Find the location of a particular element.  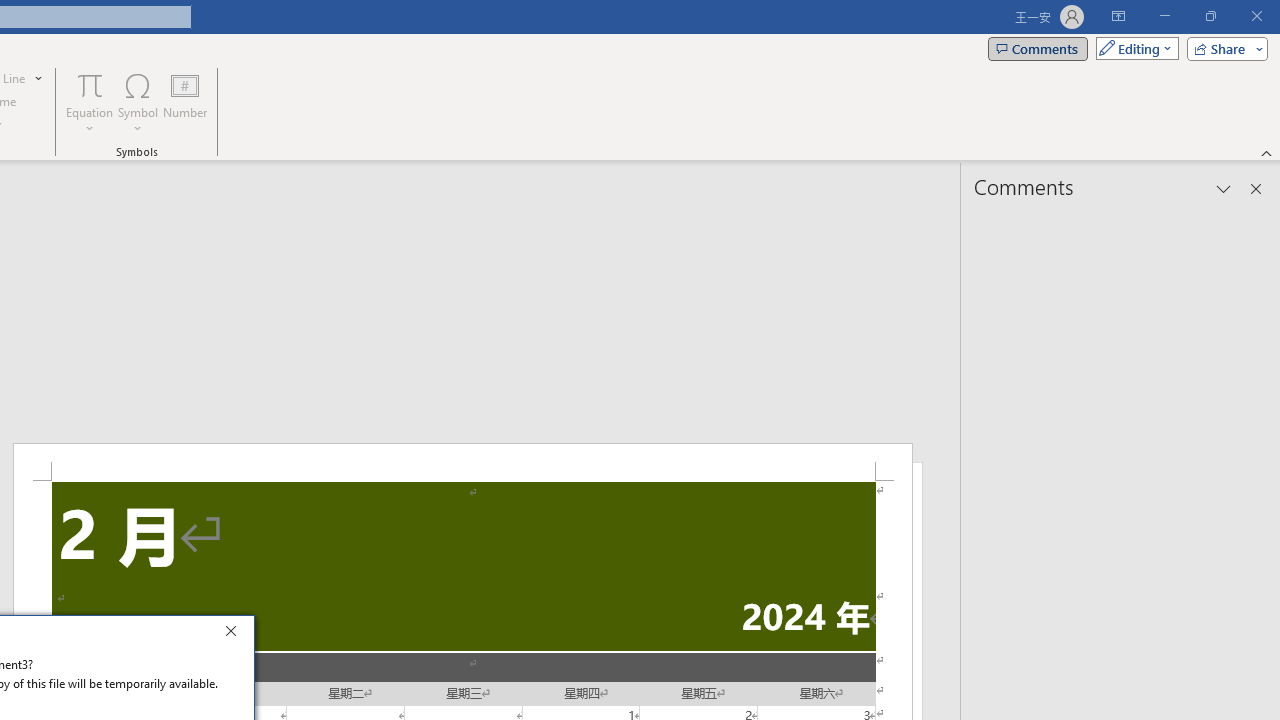

'Equation' is located at coordinates (89, 84).